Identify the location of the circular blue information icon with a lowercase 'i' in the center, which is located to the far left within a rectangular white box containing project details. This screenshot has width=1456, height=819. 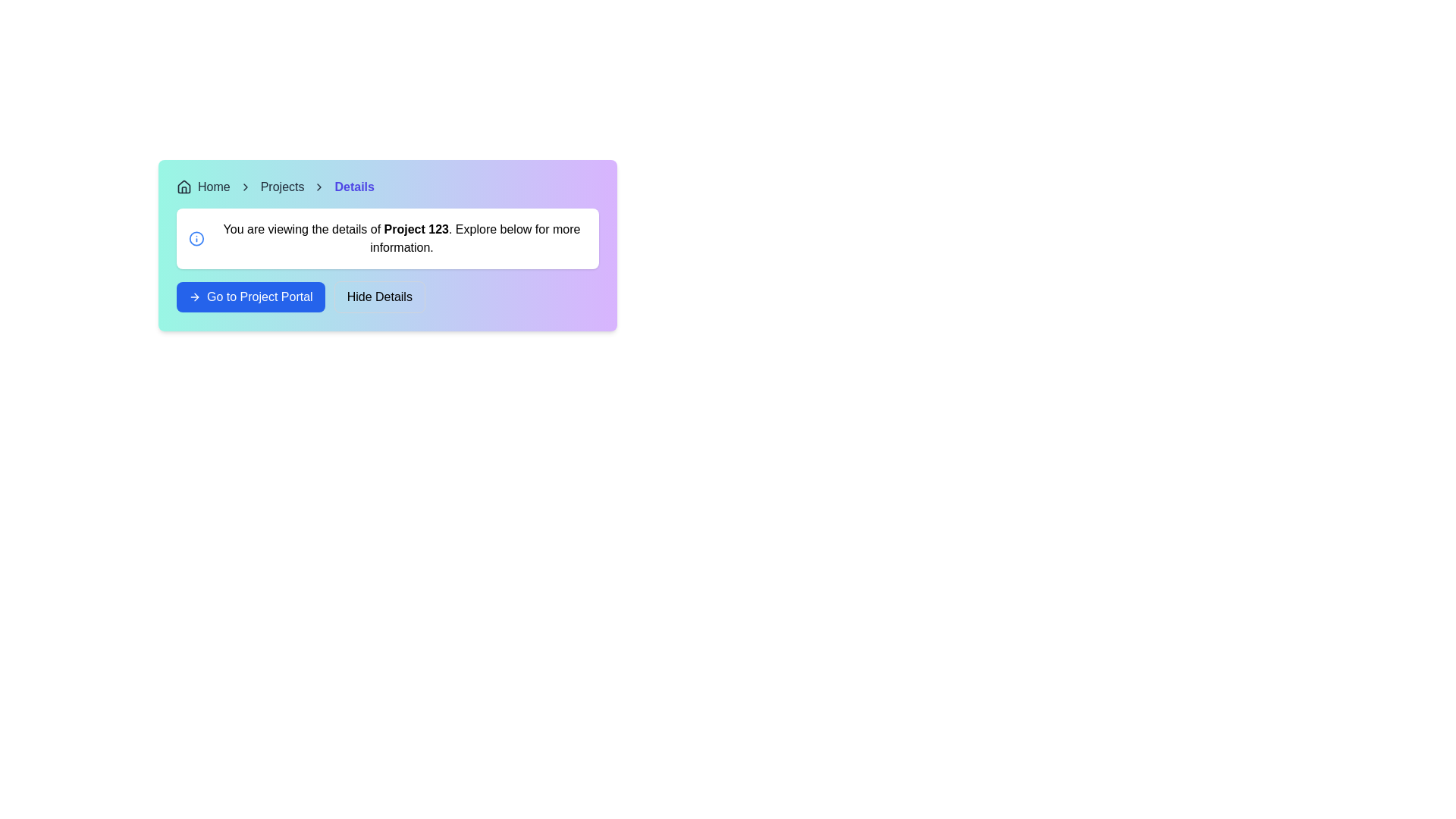
(196, 239).